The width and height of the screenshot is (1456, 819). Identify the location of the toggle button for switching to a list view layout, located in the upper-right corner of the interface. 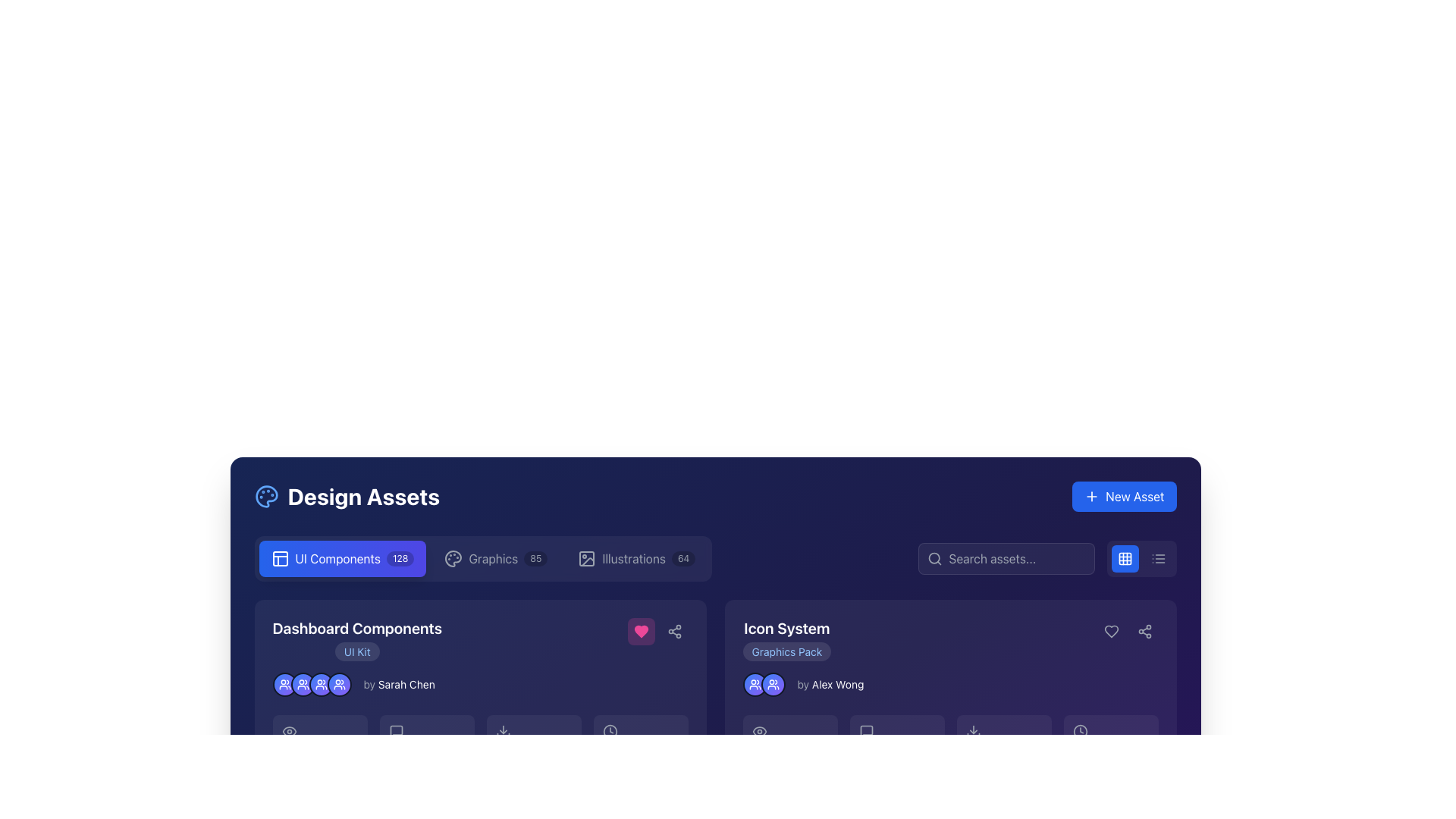
(1157, 558).